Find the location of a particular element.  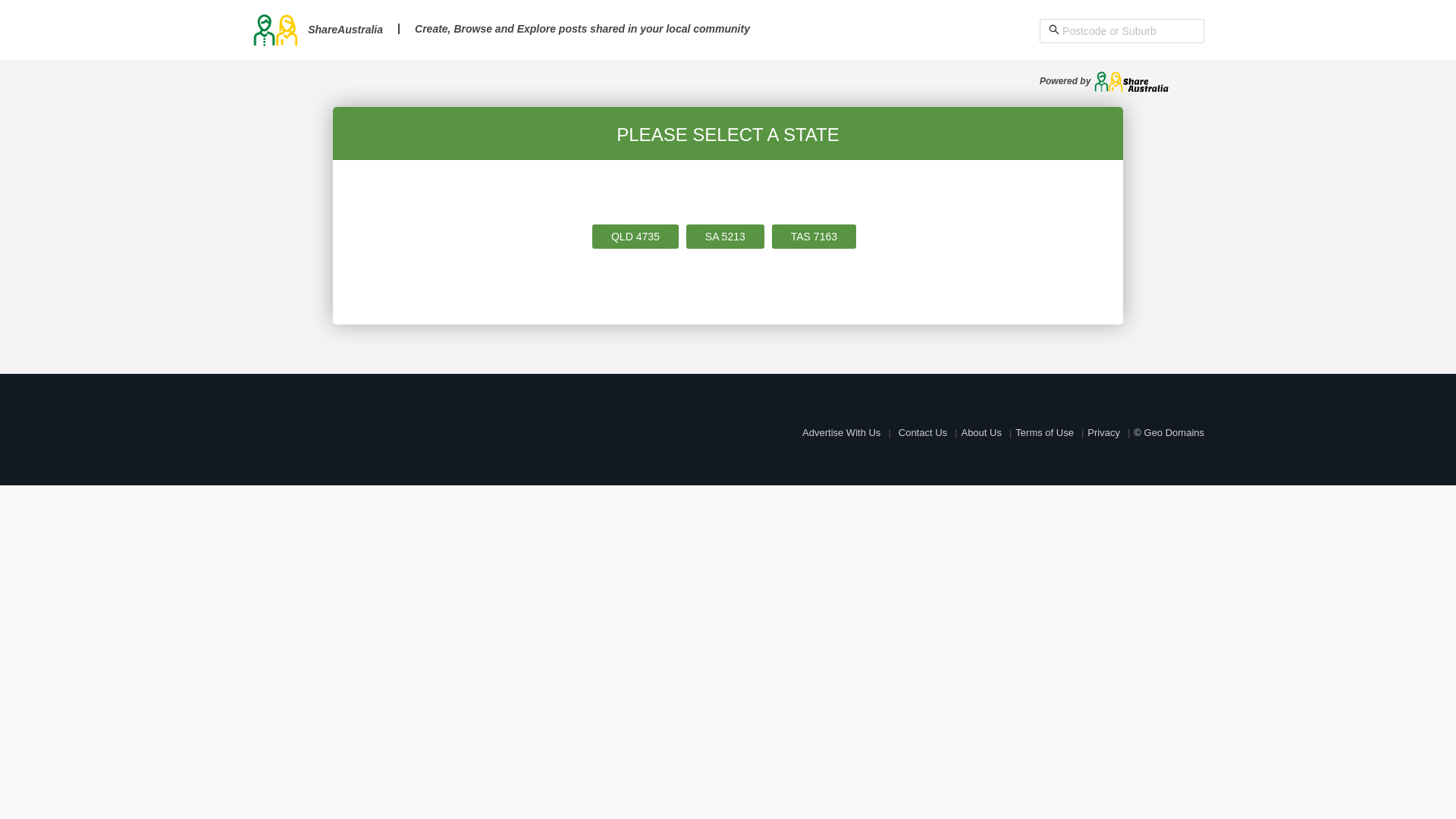

'Powered by' is located at coordinates (1104, 81).